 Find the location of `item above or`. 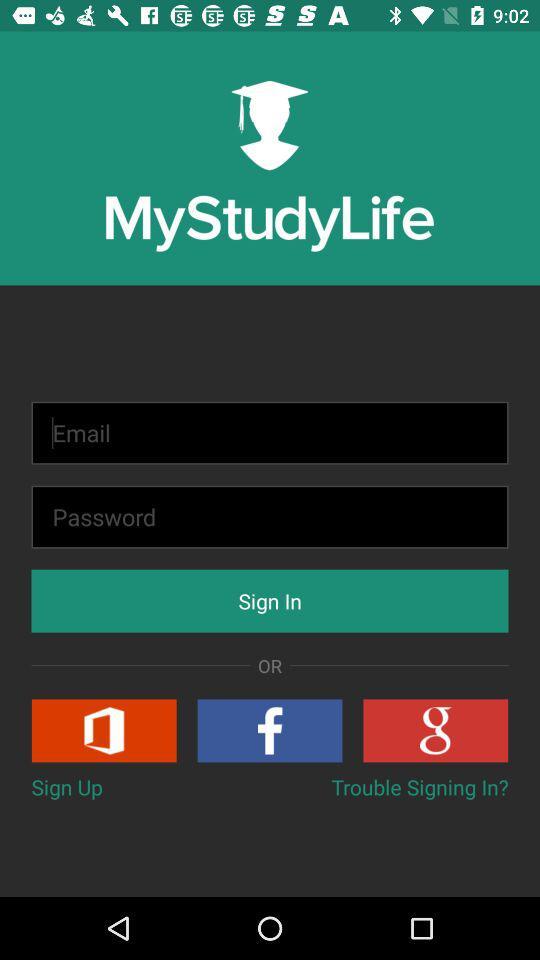

item above or is located at coordinates (270, 600).